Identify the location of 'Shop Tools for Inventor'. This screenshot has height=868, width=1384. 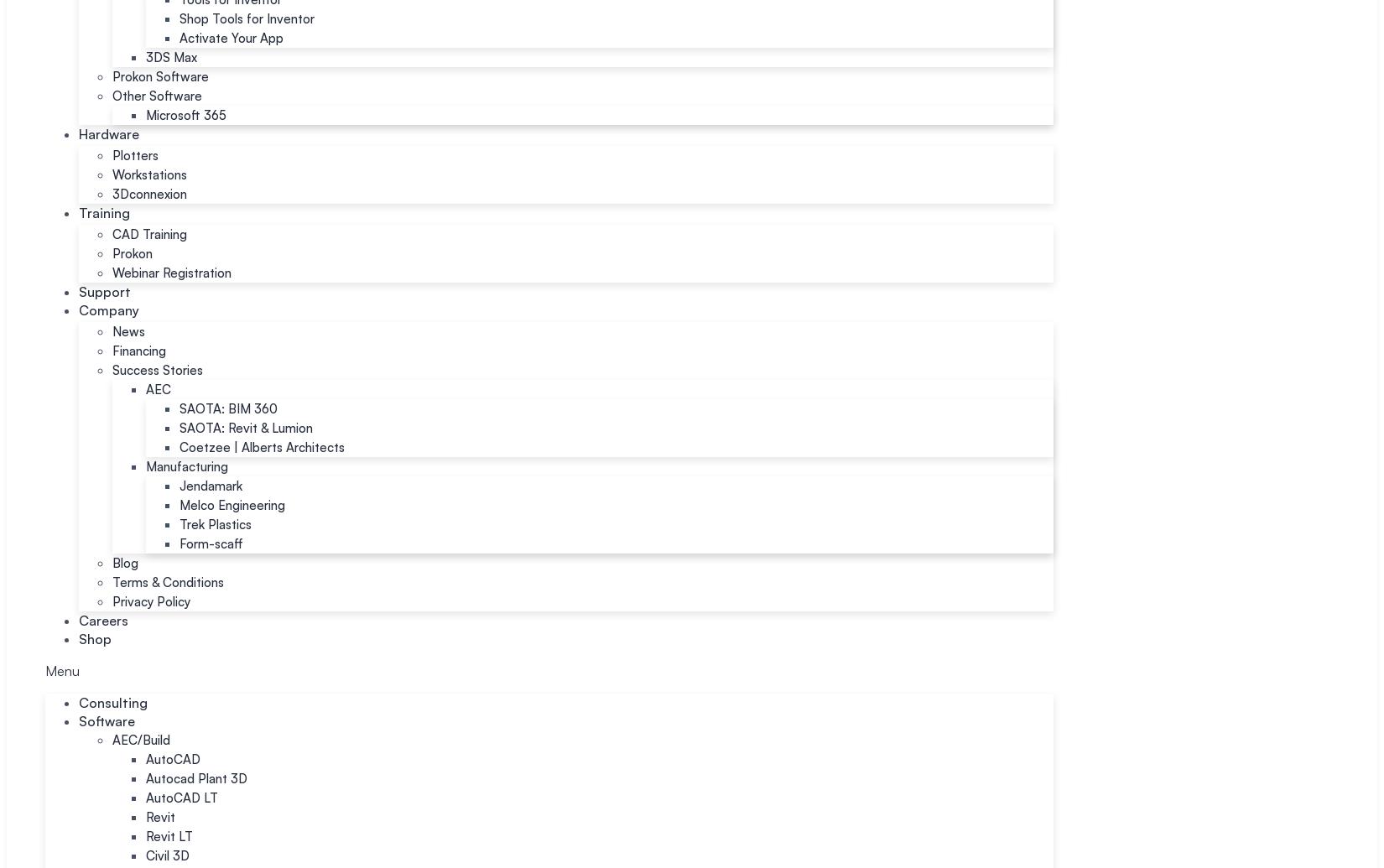
(247, 18).